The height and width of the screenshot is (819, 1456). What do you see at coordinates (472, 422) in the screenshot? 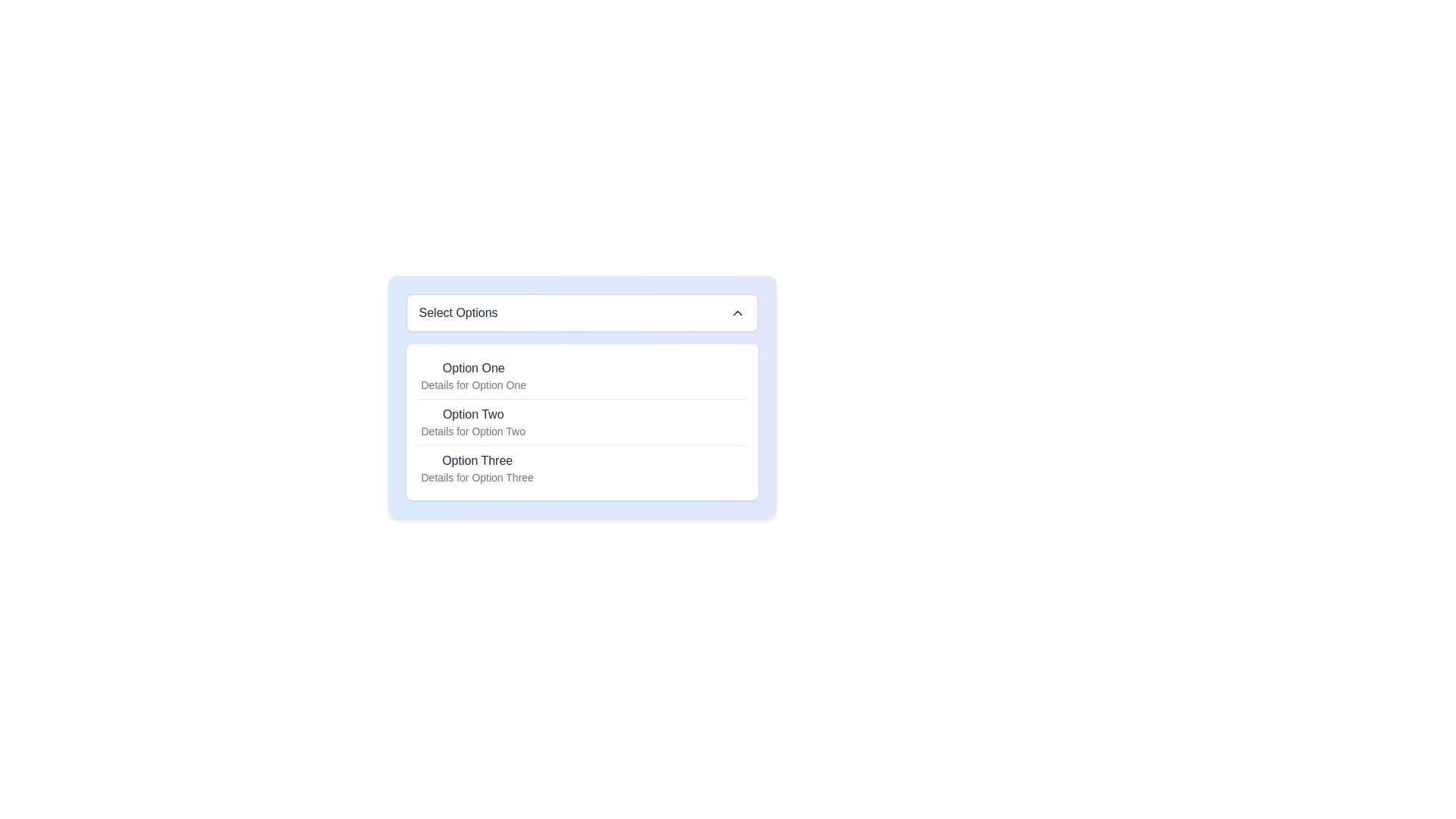
I see `the dropdown menu item labeled 'Option Two', which is the second entry in the dropdown list positioned between 'Option One' and 'Option Three'` at bounding box center [472, 422].